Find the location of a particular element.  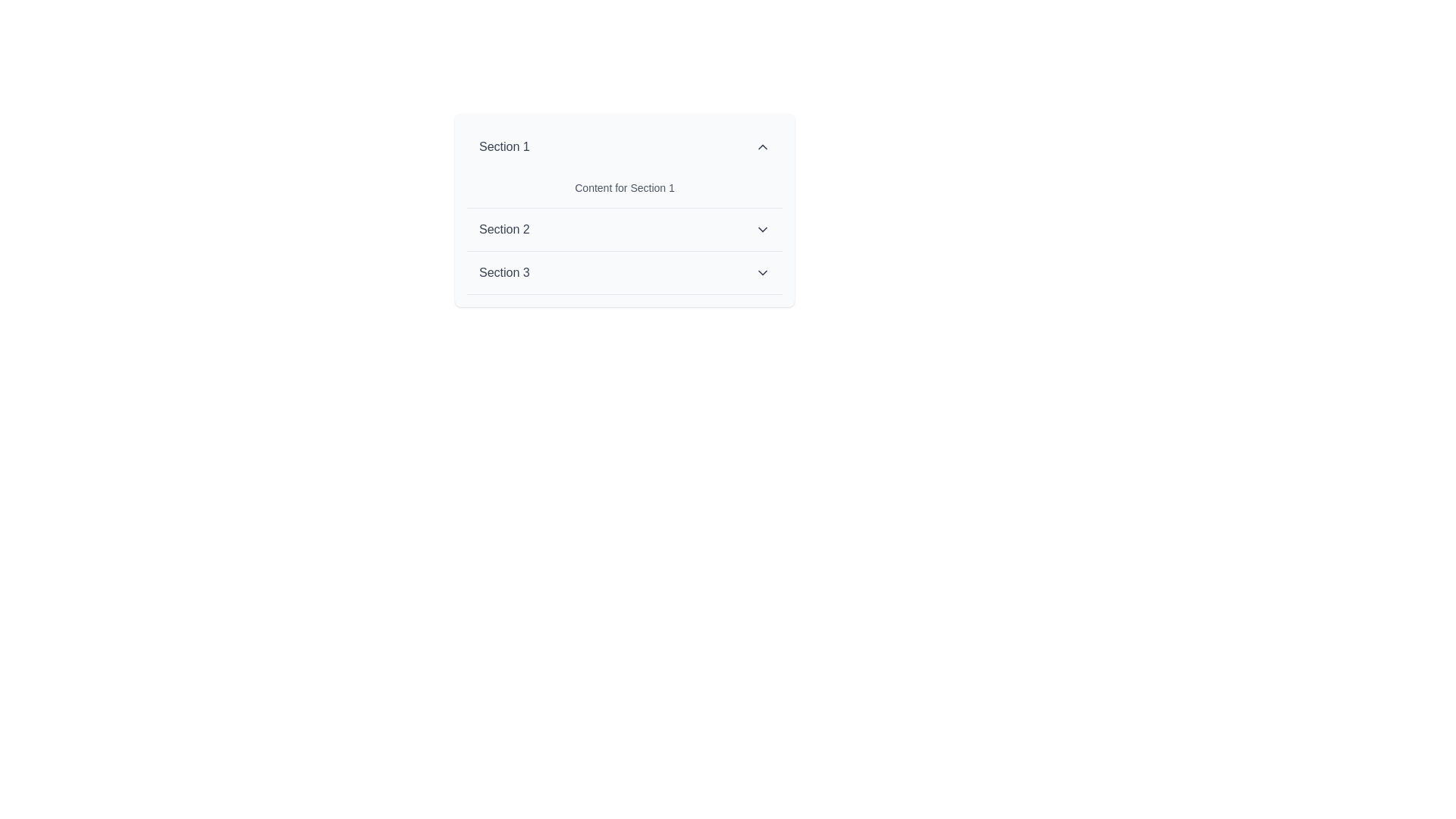

the clickable title bar for 'Section 3' is located at coordinates (625, 271).